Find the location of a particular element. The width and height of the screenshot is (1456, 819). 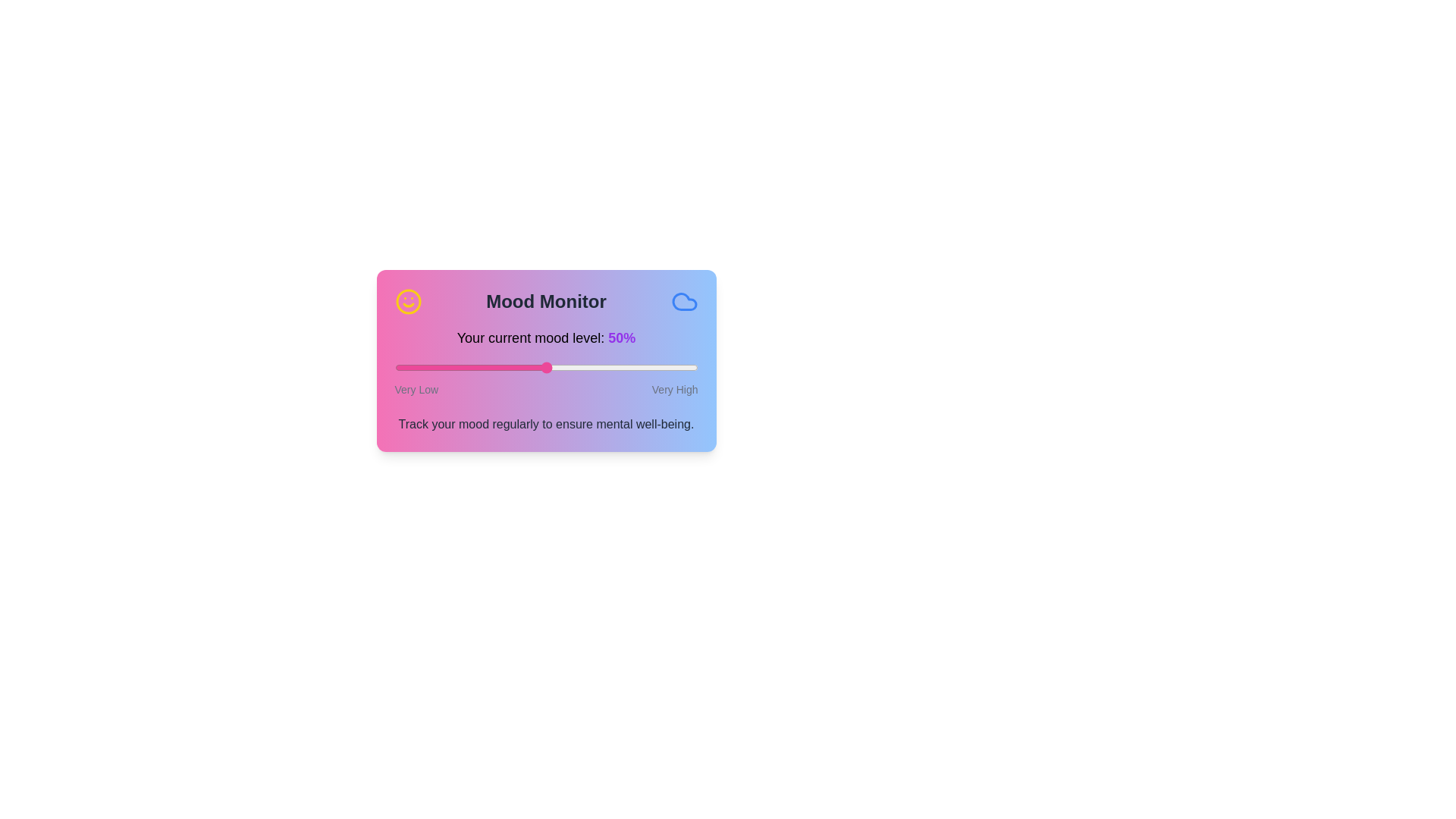

the slider to inspect its range and position is located at coordinates (546, 368).